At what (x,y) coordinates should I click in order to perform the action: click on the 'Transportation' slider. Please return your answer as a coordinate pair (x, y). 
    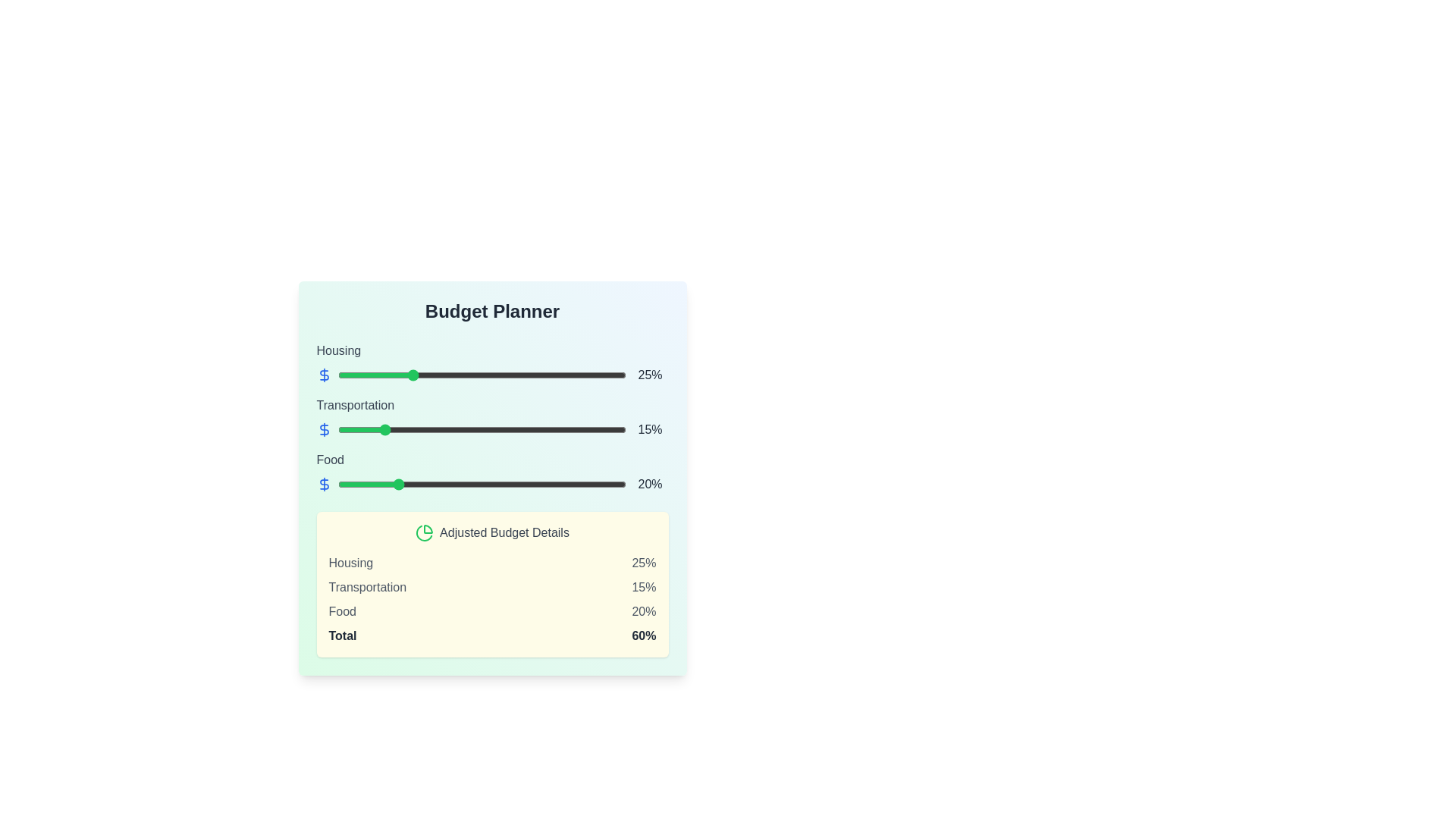
    Looking at the image, I should click on (369, 430).